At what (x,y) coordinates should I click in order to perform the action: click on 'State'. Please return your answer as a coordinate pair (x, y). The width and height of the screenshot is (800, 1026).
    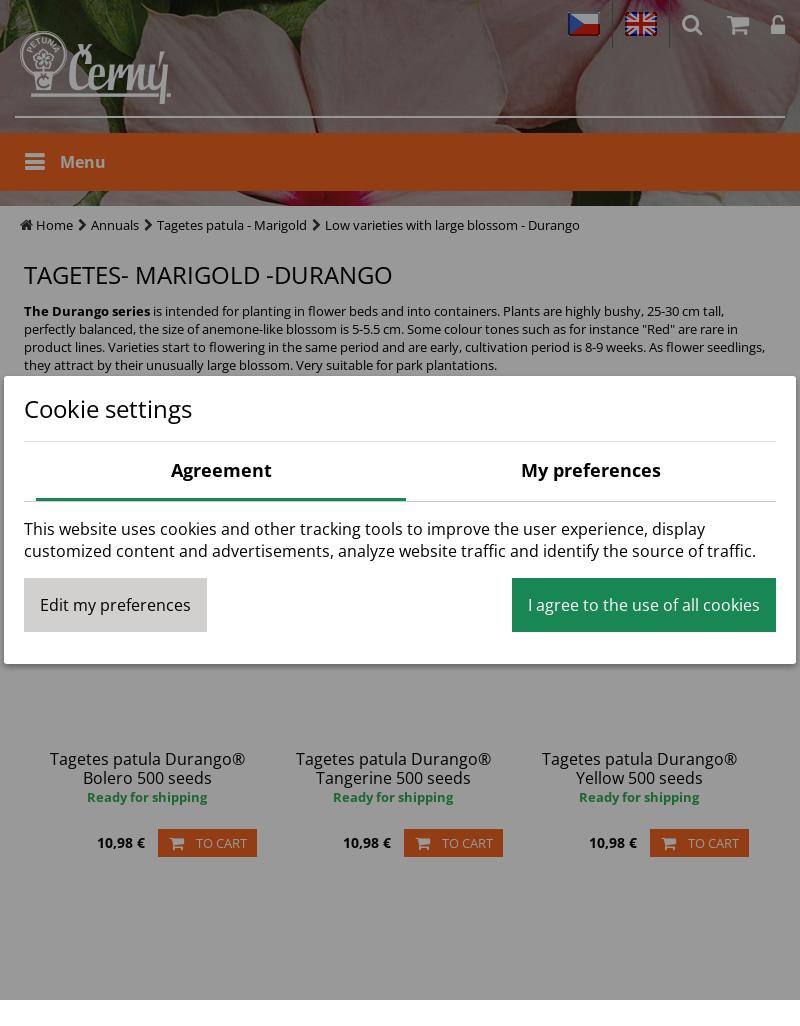
    Looking at the image, I should click on (41, 455).